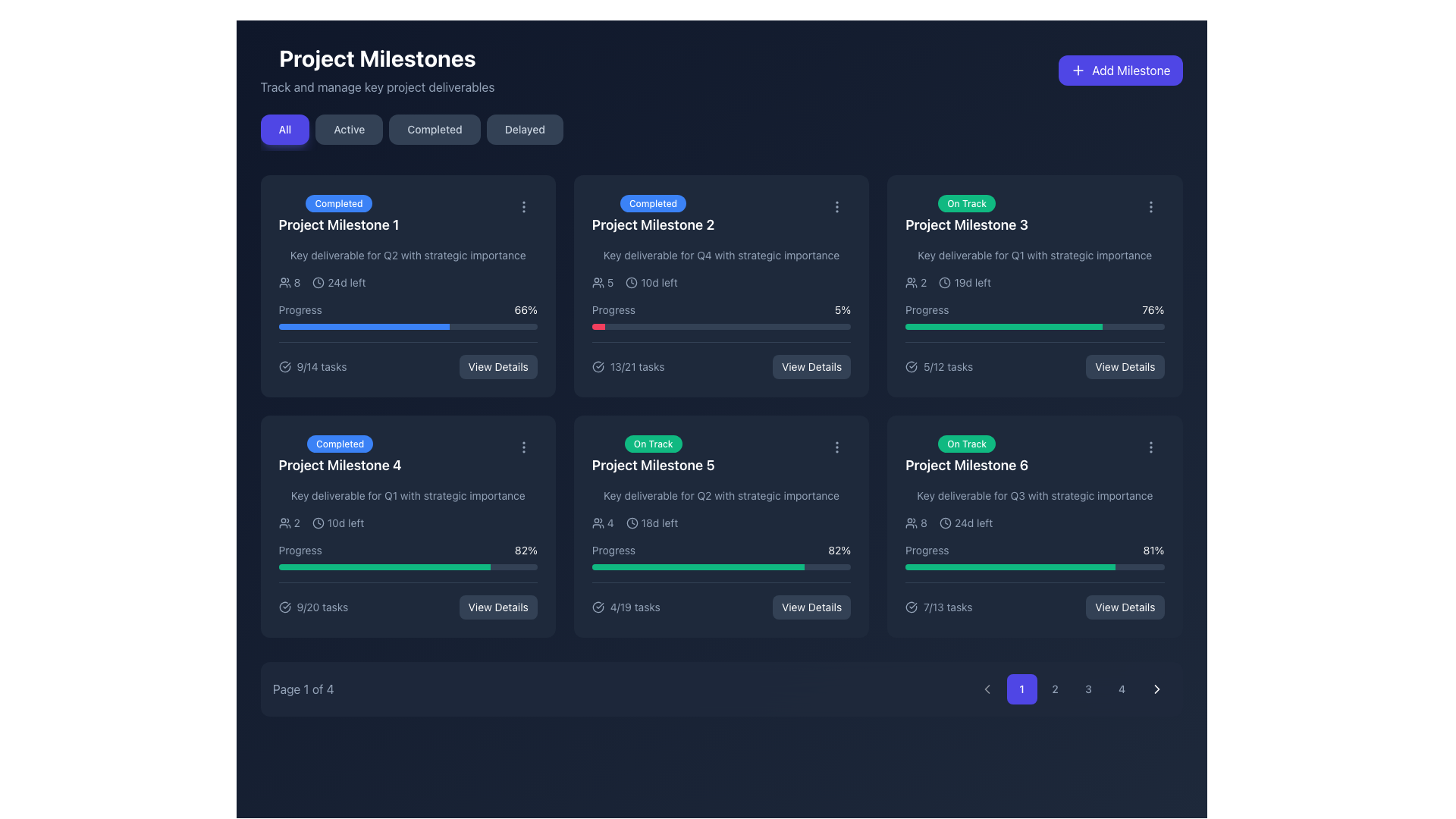  What do you see at coordinates (408, 496) in the screenshot?
I see `the text label that provides a brief description related to 'Project Milestone 4', which is centrally aligned beneath the title in the card` at bounding box center [408, 496].